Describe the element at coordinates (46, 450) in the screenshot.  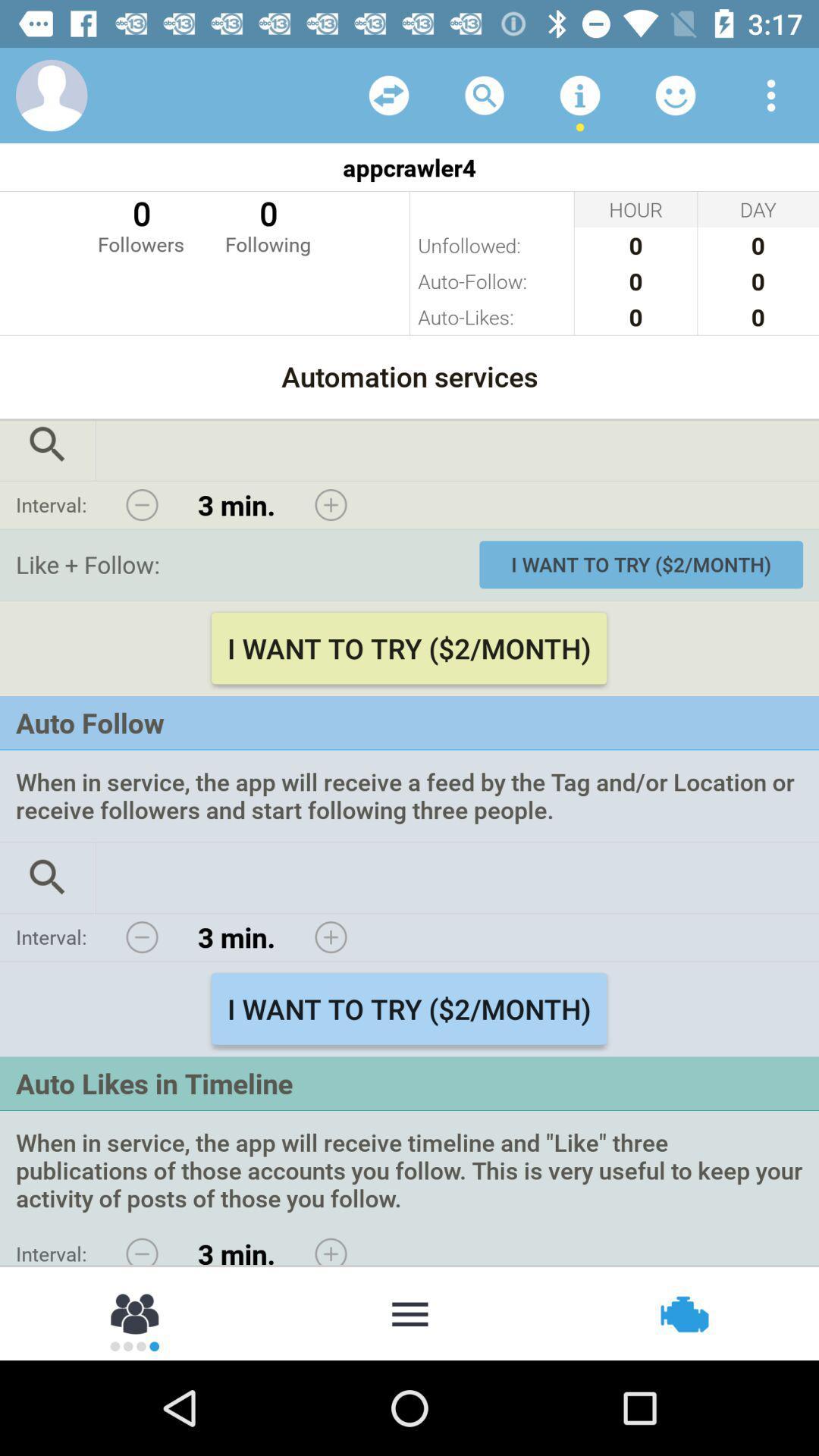
I see `search icon` at that location.